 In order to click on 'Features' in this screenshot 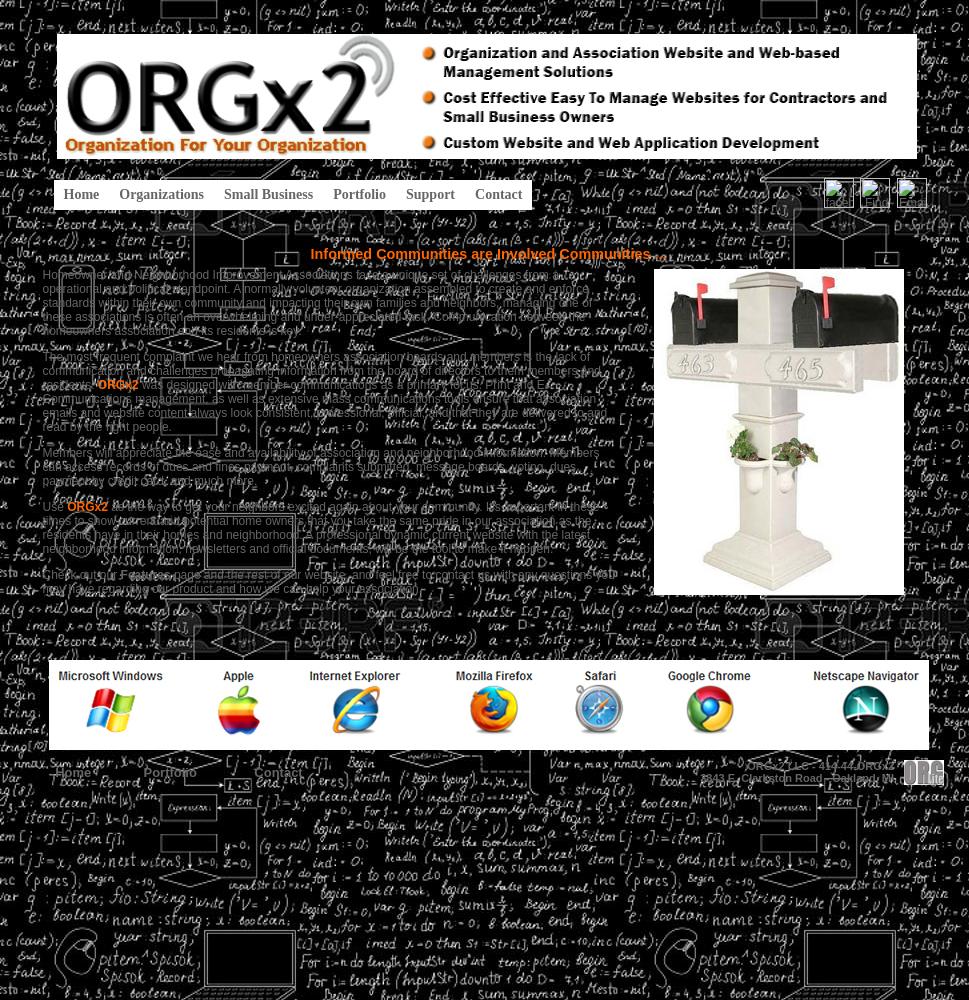, I will do `click(143, 574)`.